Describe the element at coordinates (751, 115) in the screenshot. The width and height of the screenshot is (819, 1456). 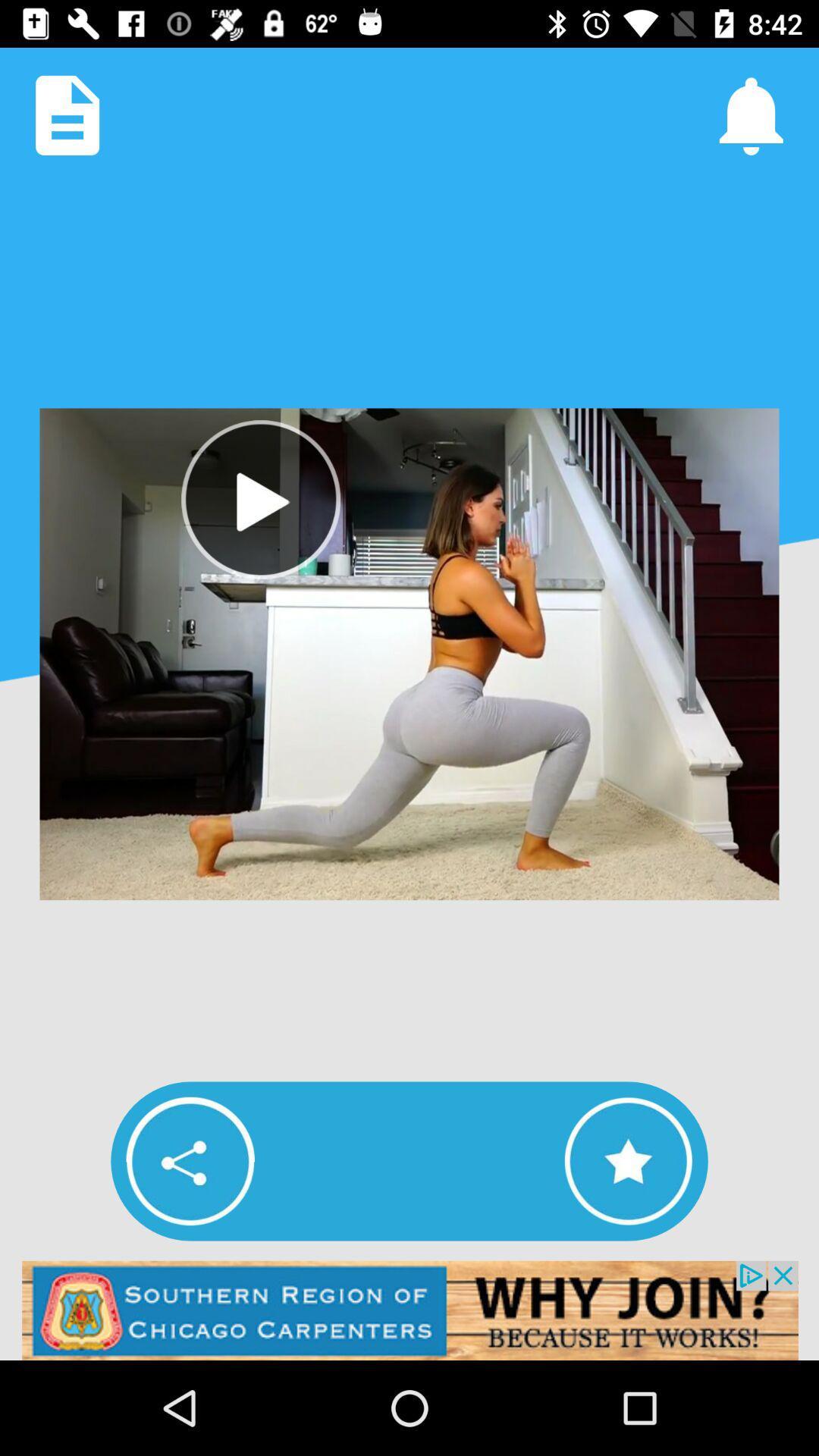
I see `set alarm` at that location.